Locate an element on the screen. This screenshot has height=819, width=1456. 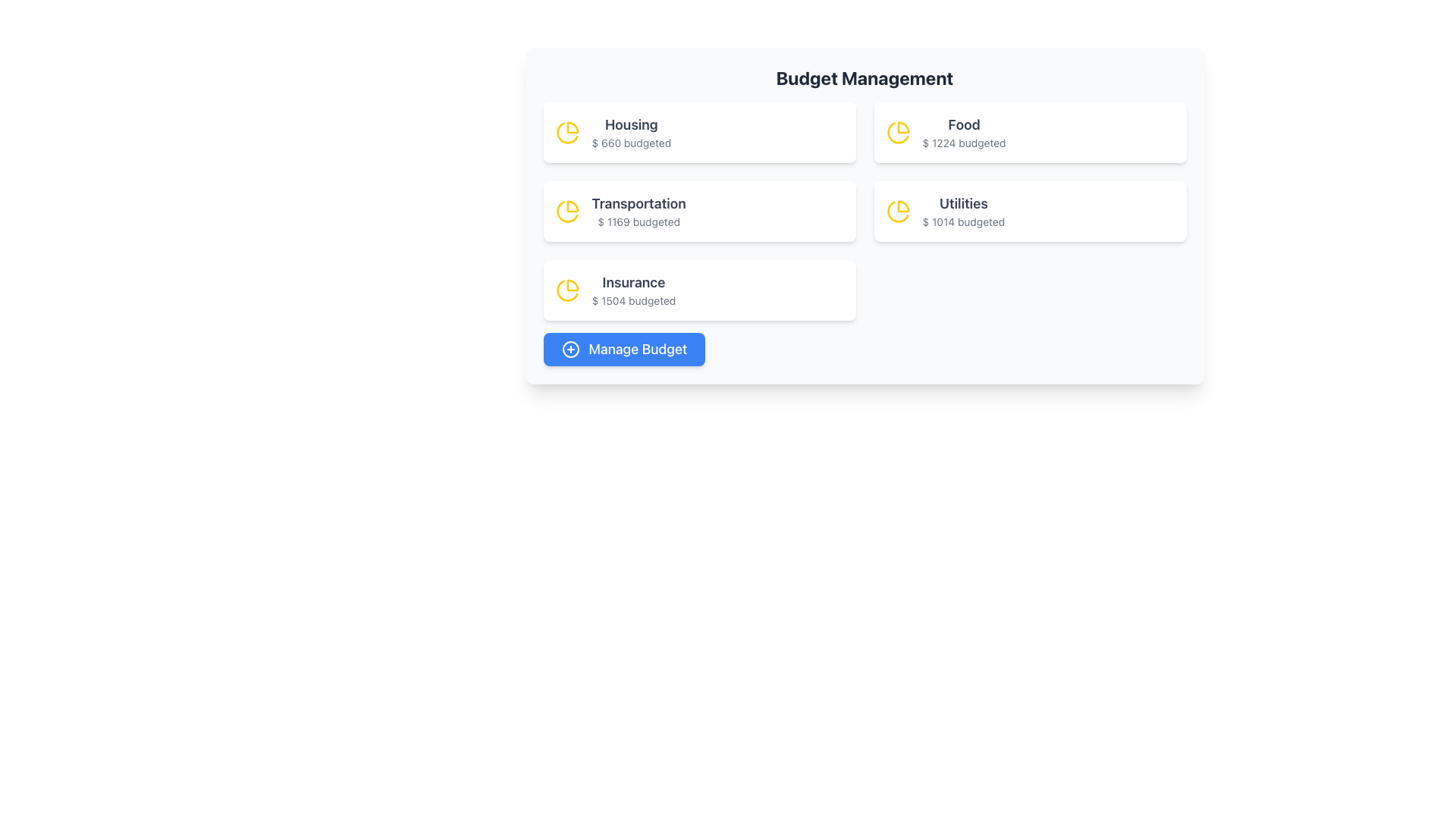
the Text block element displaying 'Transportation' in bold and '$ 1169 budgeted' in light gray, located within a white rounded rectangle card in the Budget Management section is located at coordinates (639, 211).